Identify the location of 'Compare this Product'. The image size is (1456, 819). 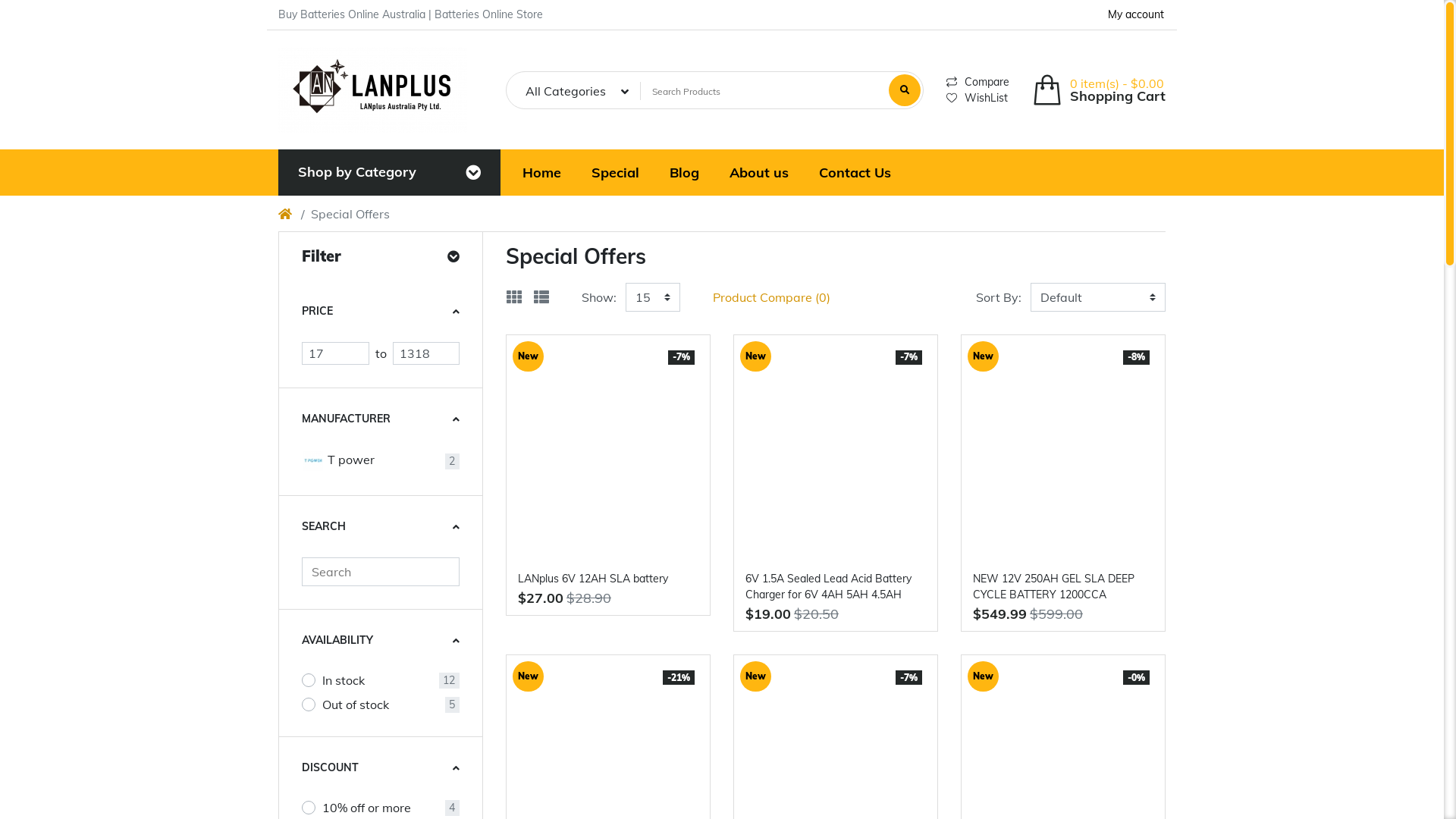
(884, 640).